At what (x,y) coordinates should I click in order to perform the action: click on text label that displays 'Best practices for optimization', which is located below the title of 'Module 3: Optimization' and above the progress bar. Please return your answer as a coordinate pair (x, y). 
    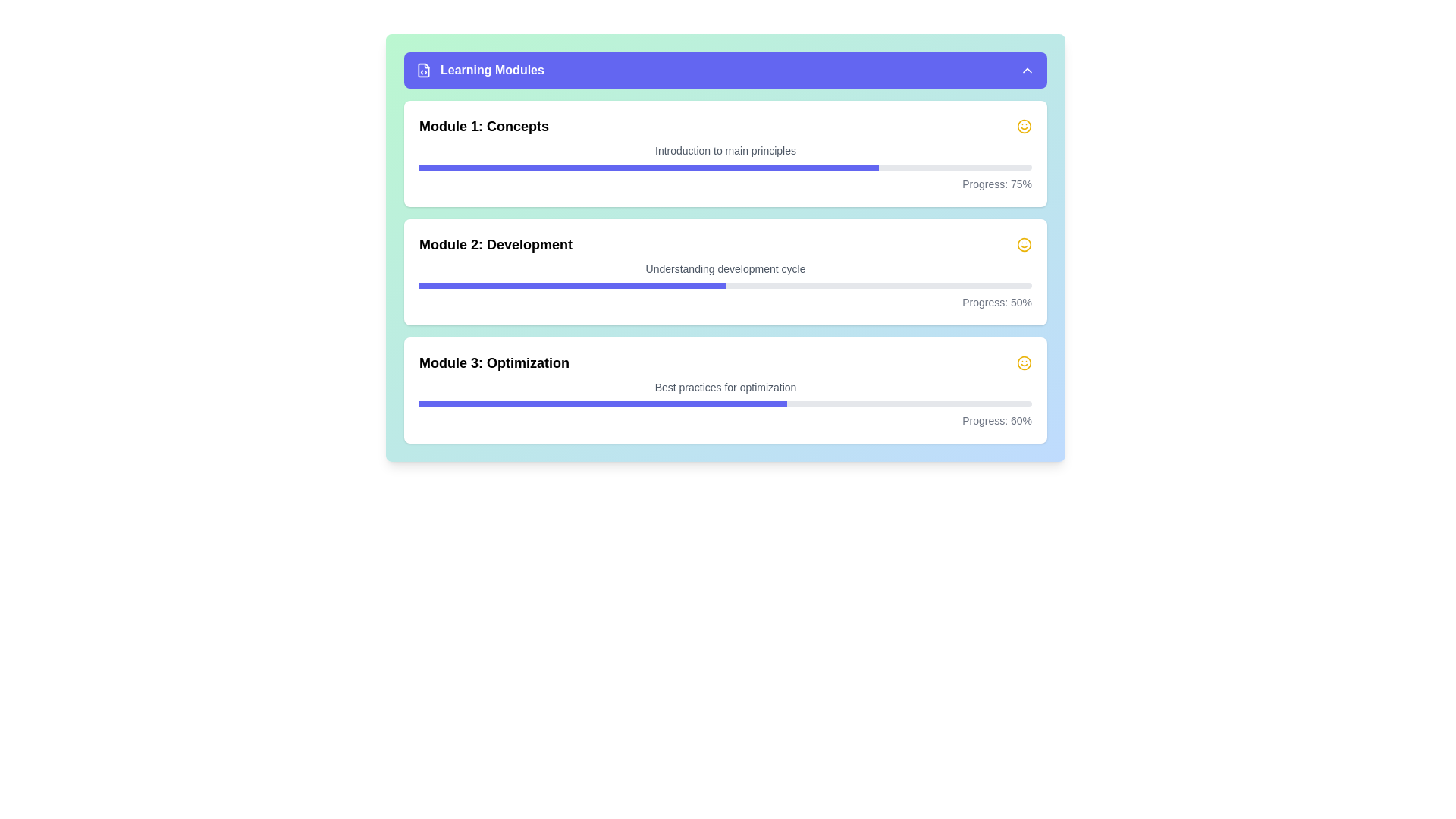
    Looking at the image, I should click on (724, 386).